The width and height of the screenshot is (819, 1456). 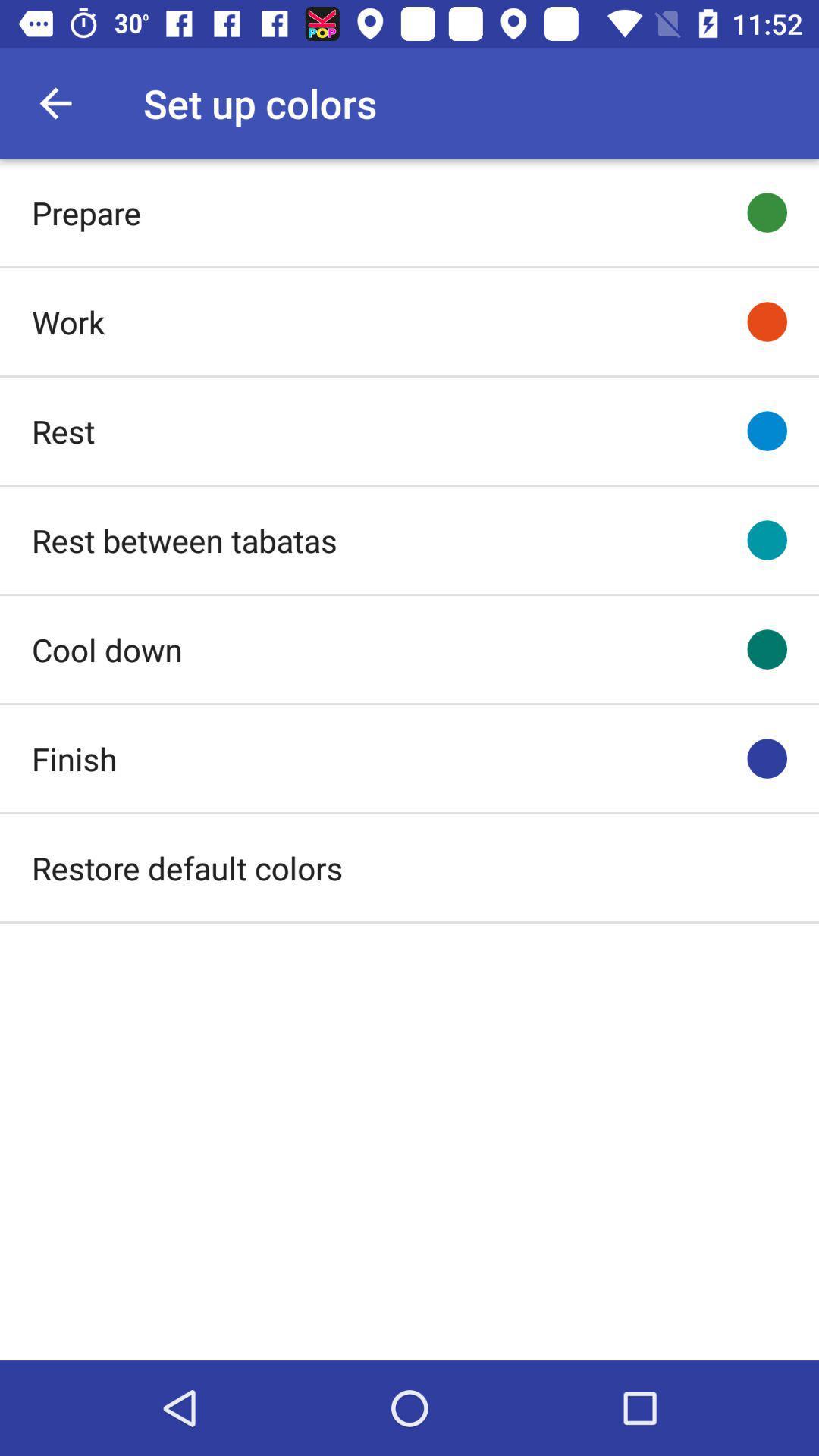 I want to click on icon to the right of finish item, so click(x=767, y=758).